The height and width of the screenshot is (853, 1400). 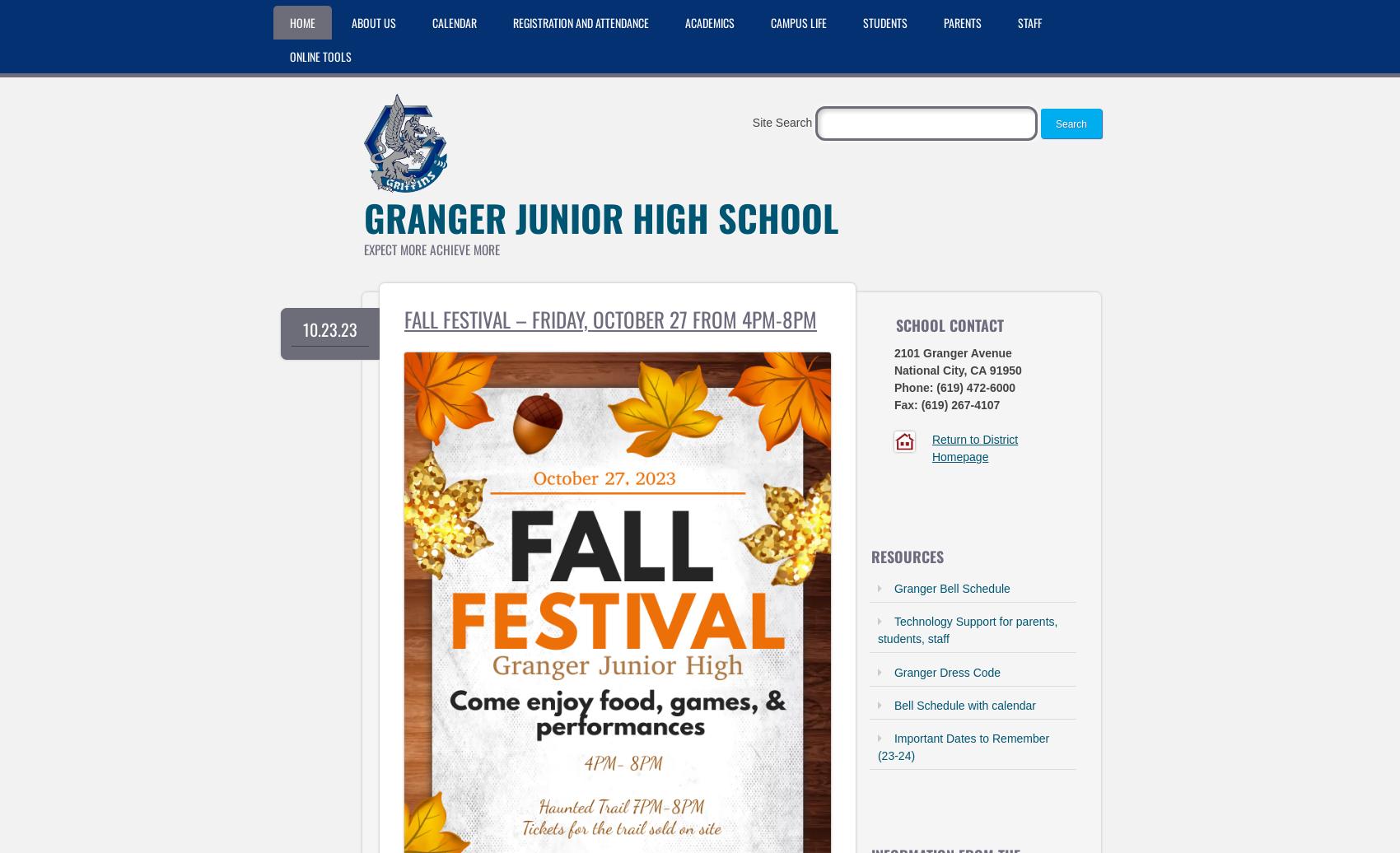 What do you see at coordinates (949, 324) in the screenshot?
I see `'School Contact'` at bounding box center [949, 324].